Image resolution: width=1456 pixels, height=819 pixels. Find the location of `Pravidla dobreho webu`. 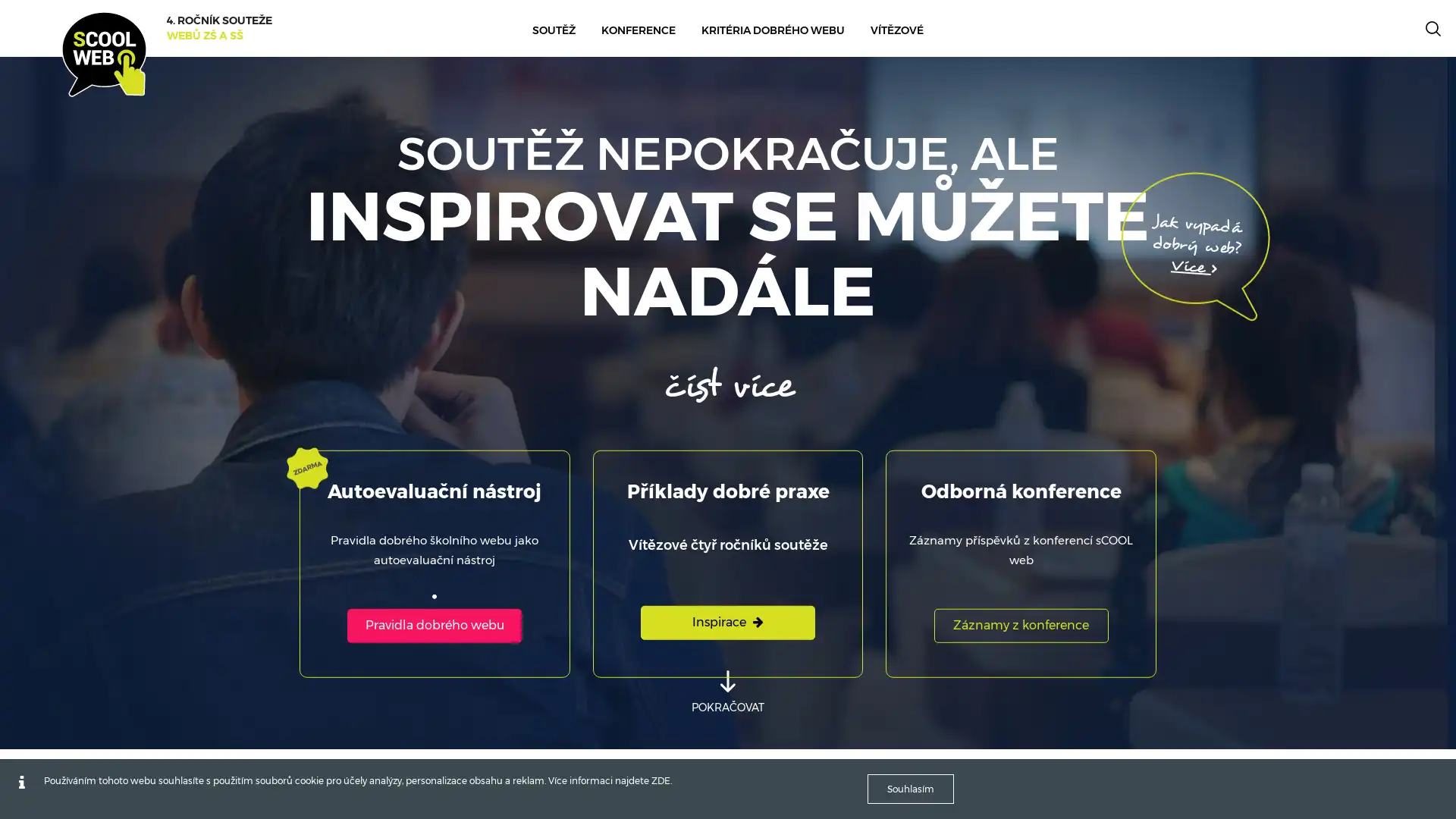

Pravidla dobreho webu is located at coordinates (433, 625).